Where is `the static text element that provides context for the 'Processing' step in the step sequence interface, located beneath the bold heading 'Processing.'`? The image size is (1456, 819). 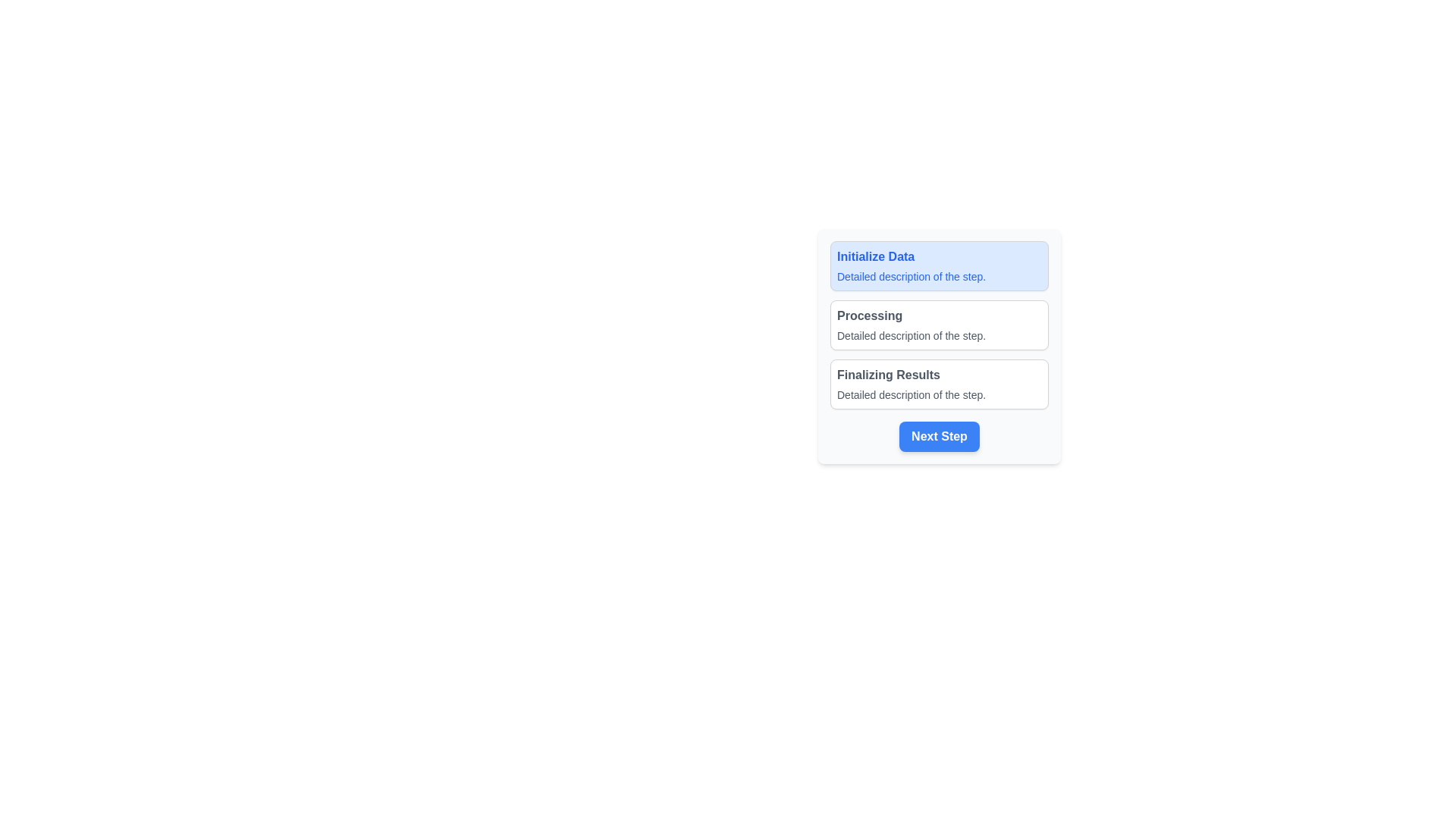
the static text element that provides context for the 'Processing' step in the step sequence interface, located beneath the bold heading 'Processing.' is located at coordinates (938, 335).